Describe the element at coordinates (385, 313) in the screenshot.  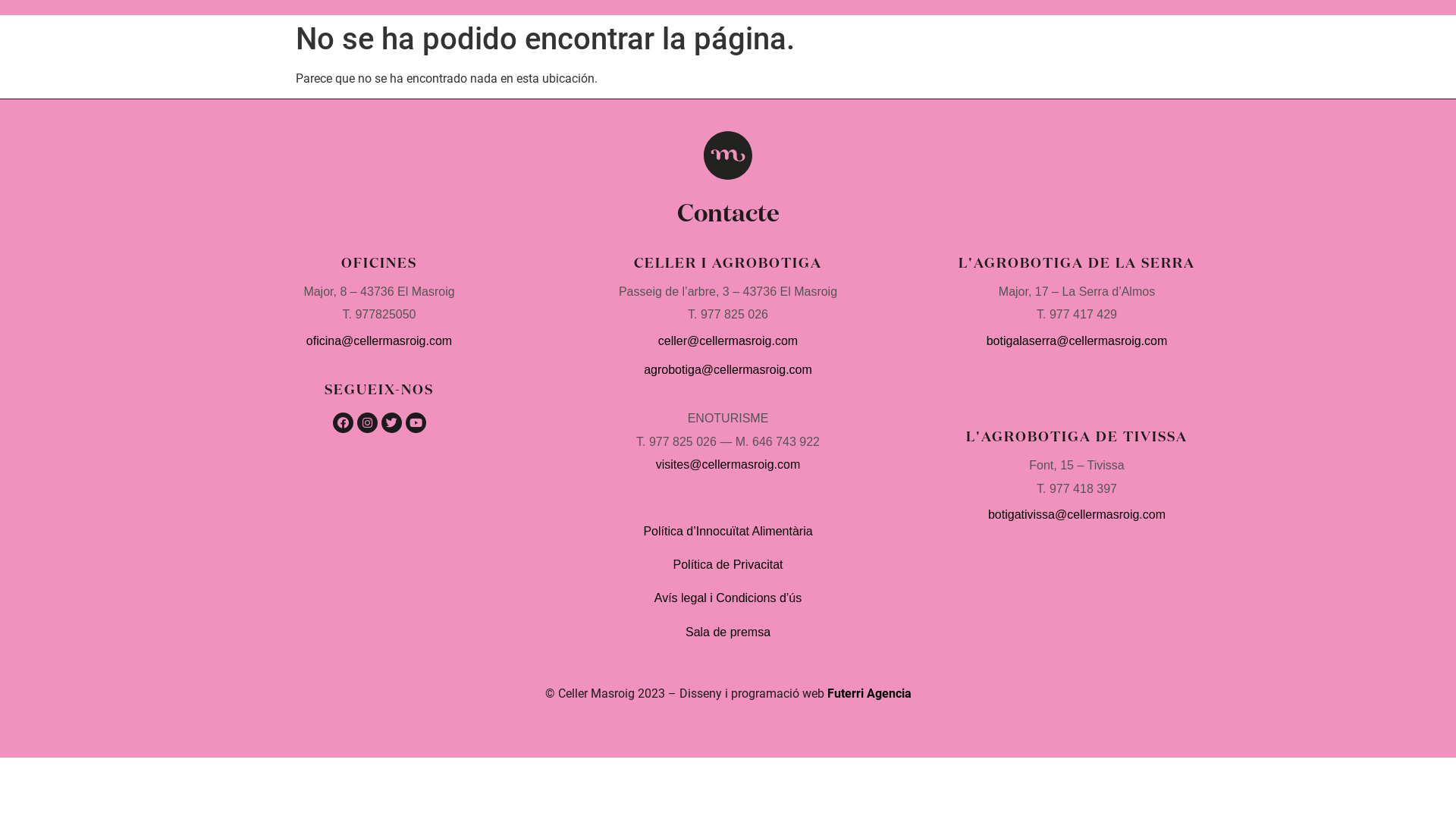
I see `'977825050'` at that location.